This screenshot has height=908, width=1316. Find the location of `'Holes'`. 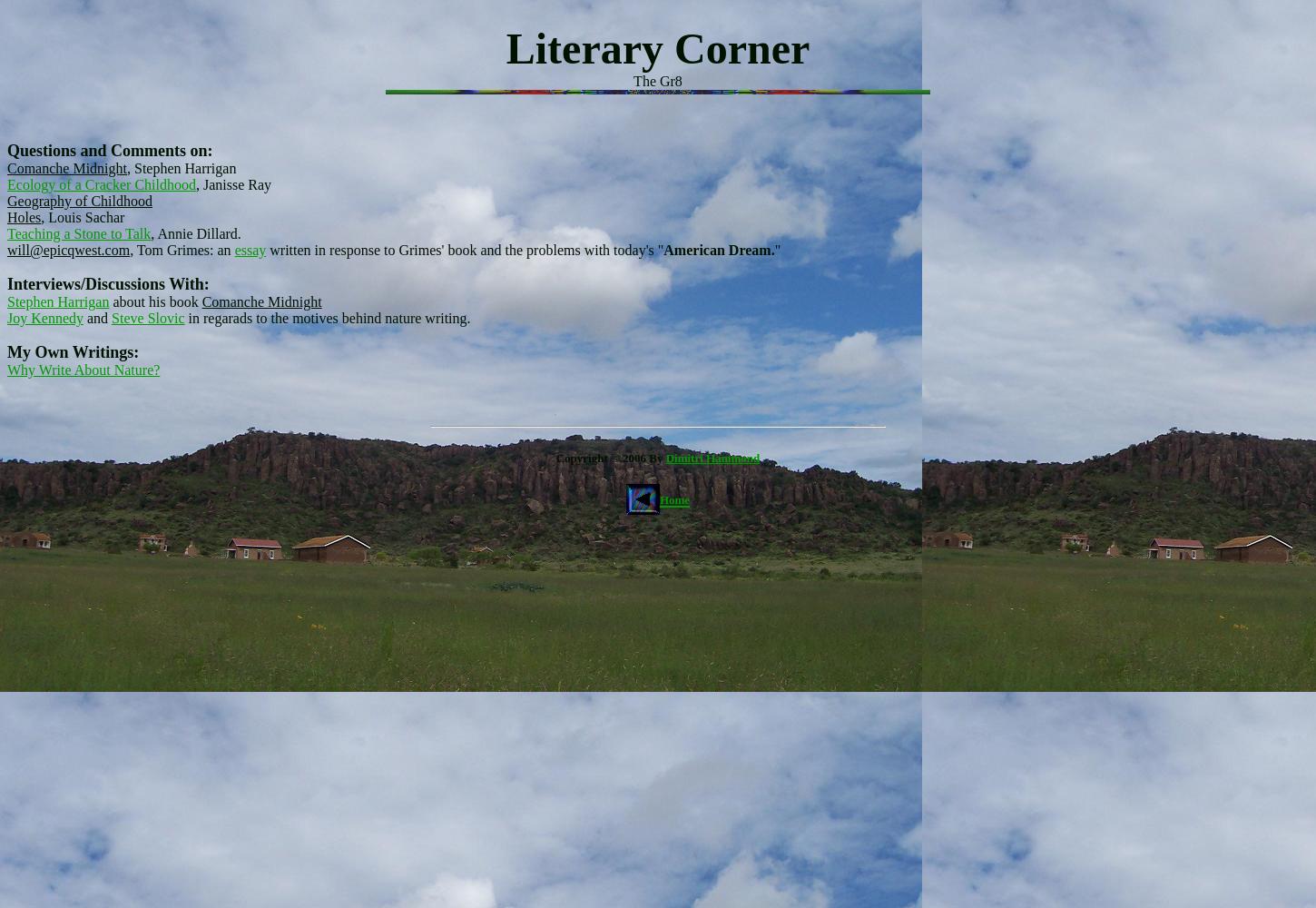

'Holes' is located at coordinates (24, 216).